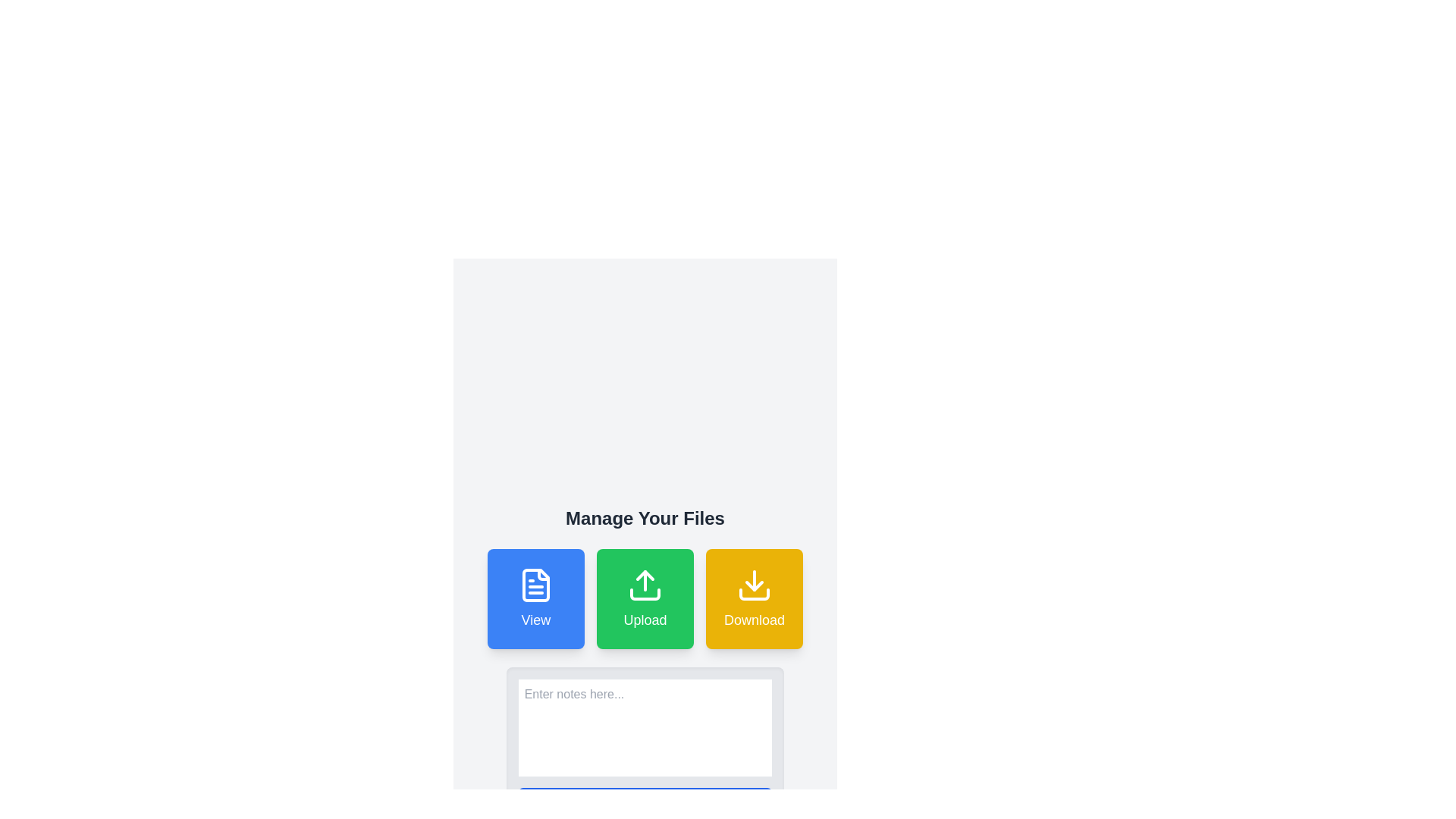  I want to click on the download button located to the far right of the group of three buttons under the 'Manage Your Files' title, and focus on it using the keyboard, so click(755, 598).